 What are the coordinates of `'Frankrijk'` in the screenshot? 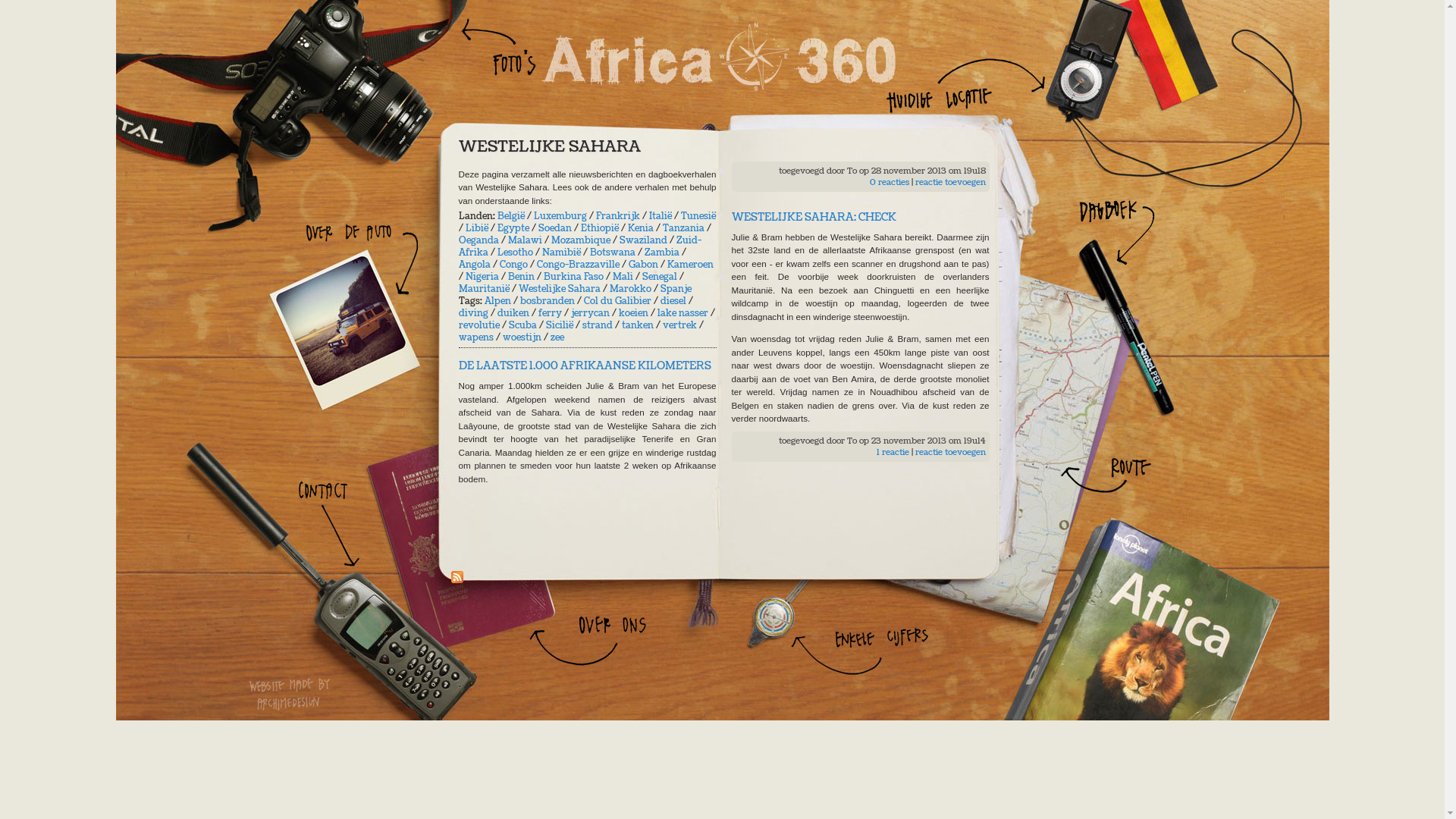 It's located at (618, 216).